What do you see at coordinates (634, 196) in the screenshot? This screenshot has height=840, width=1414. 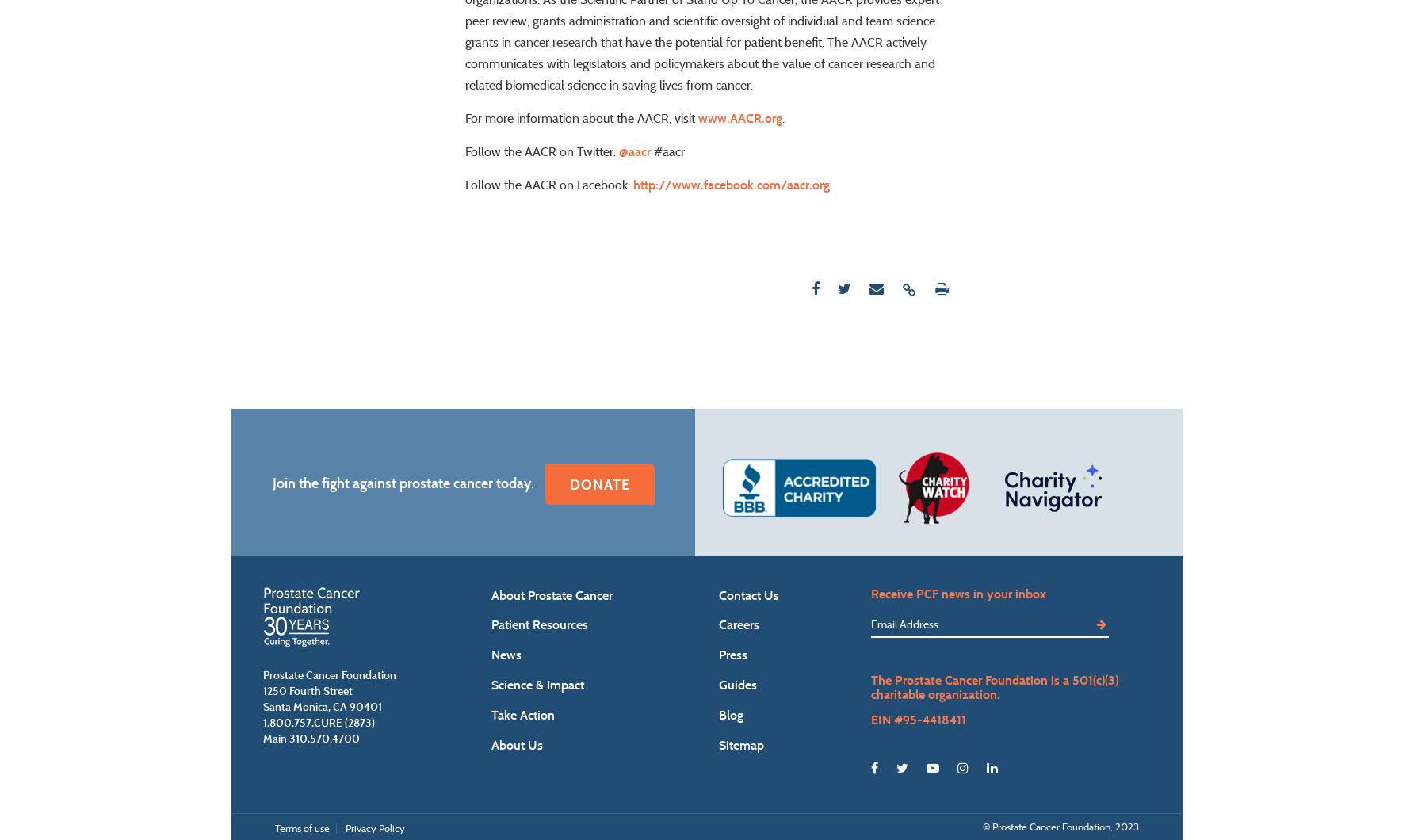 I see `'@aacr'` at bounding box center [634, 196].